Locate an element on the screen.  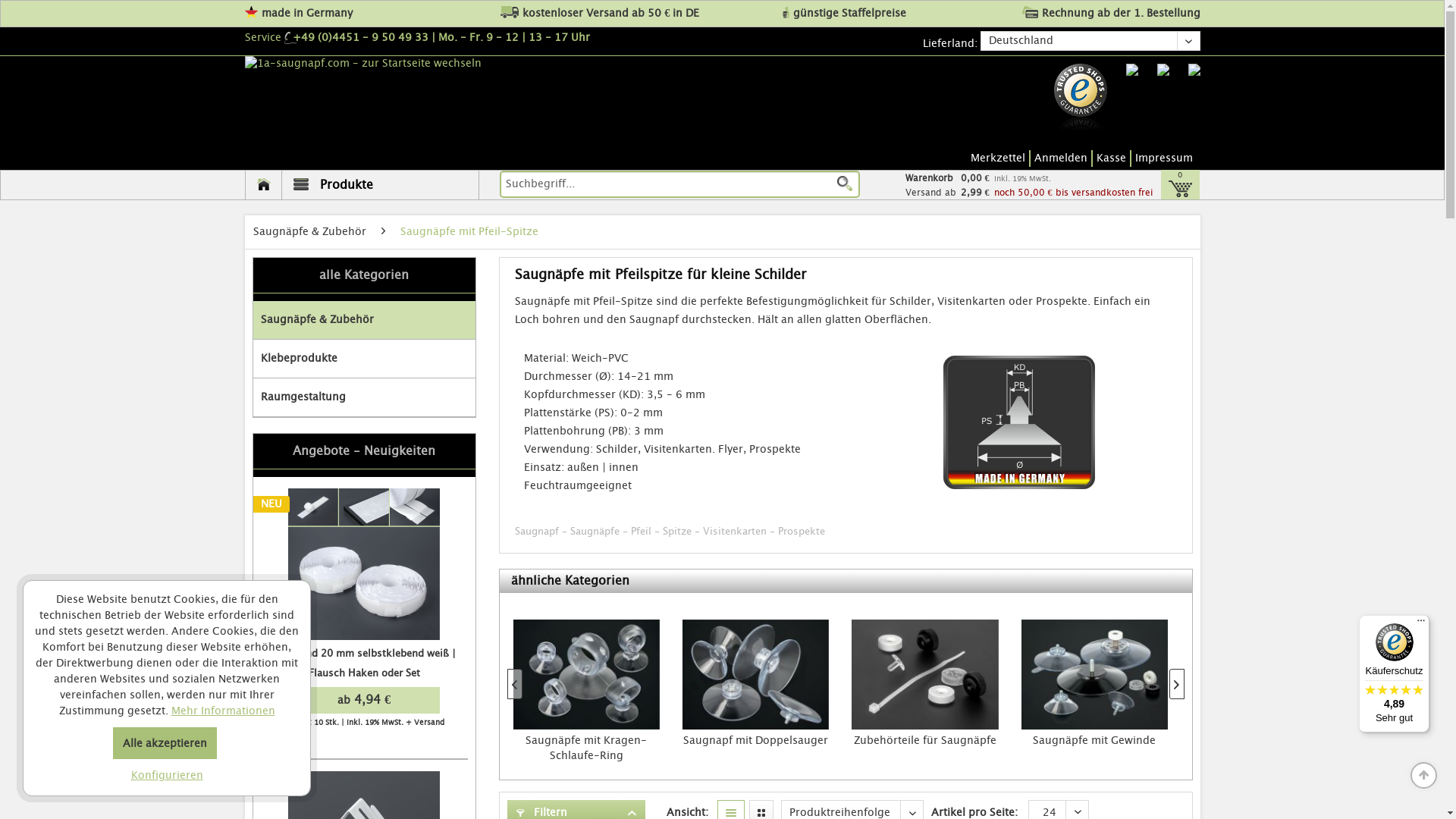
'Konfigurieren' is located at coordinates (166, 776).